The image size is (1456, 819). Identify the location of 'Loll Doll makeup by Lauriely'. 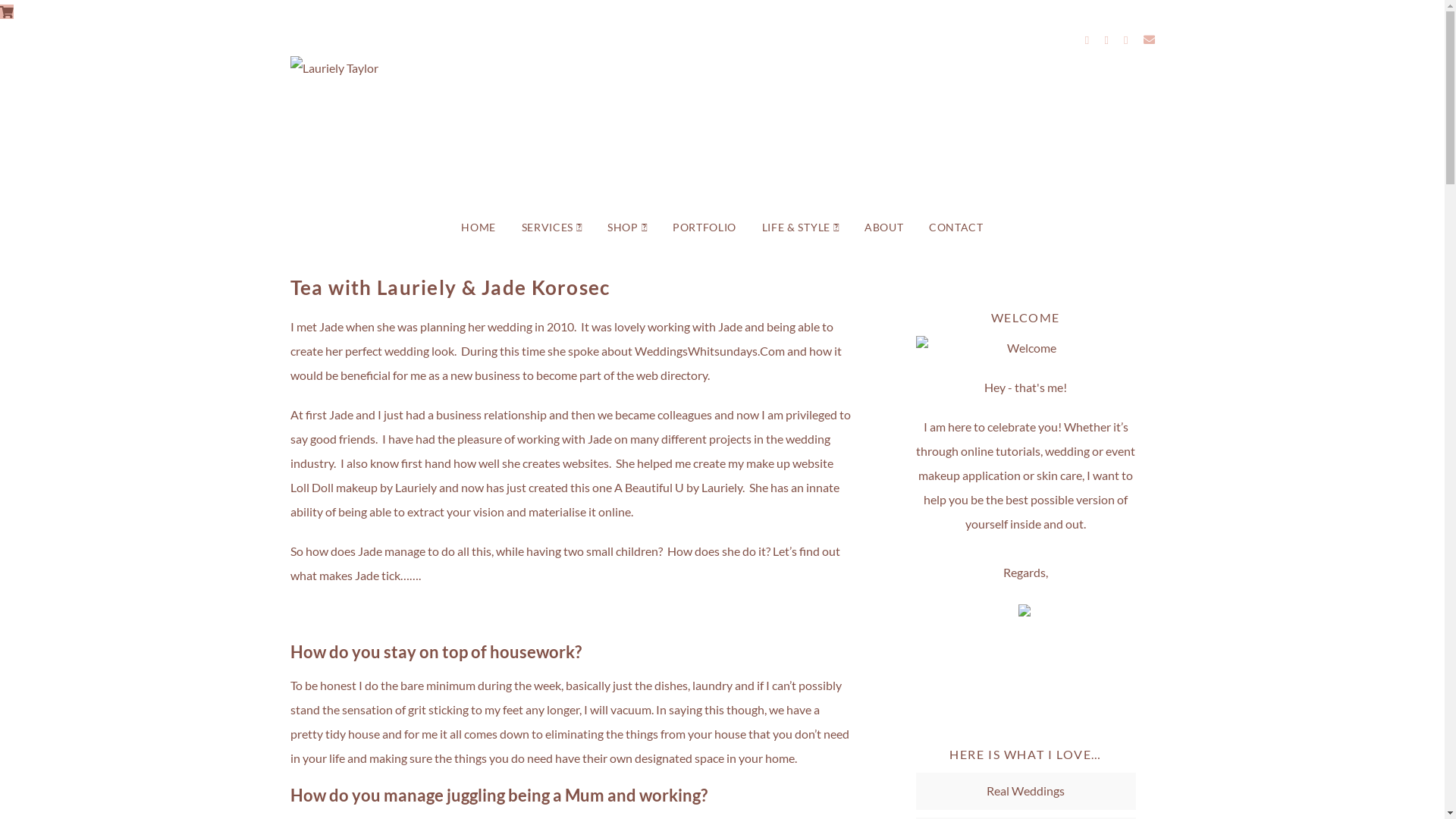
(362, 487).